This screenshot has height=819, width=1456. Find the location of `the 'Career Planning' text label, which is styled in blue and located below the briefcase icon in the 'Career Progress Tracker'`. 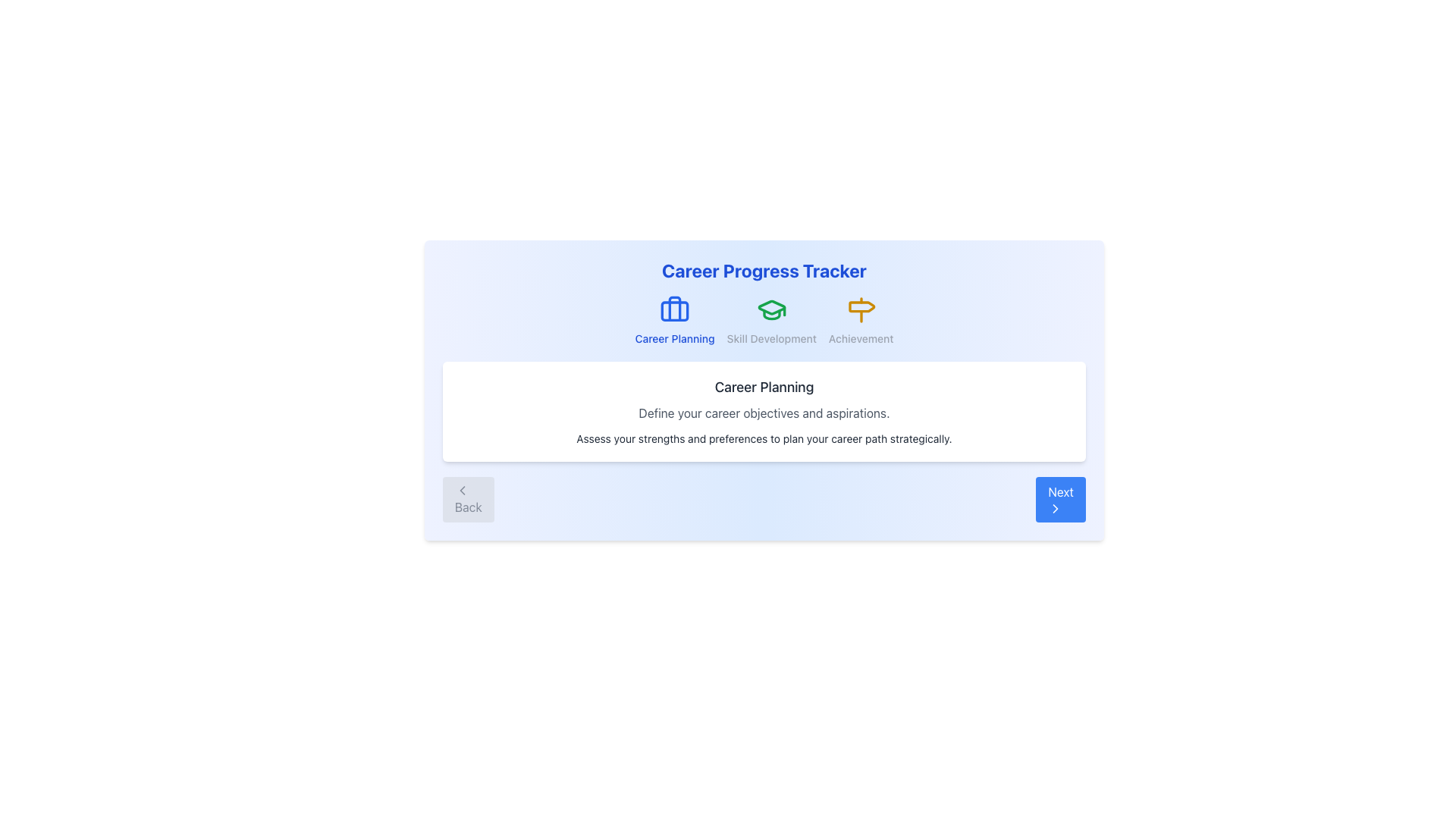

the 'Career Planning' text label, which is styled in blue and located below the briefcase icon in the 'Career Progress Tracker' is located at coordinates (673, 338).